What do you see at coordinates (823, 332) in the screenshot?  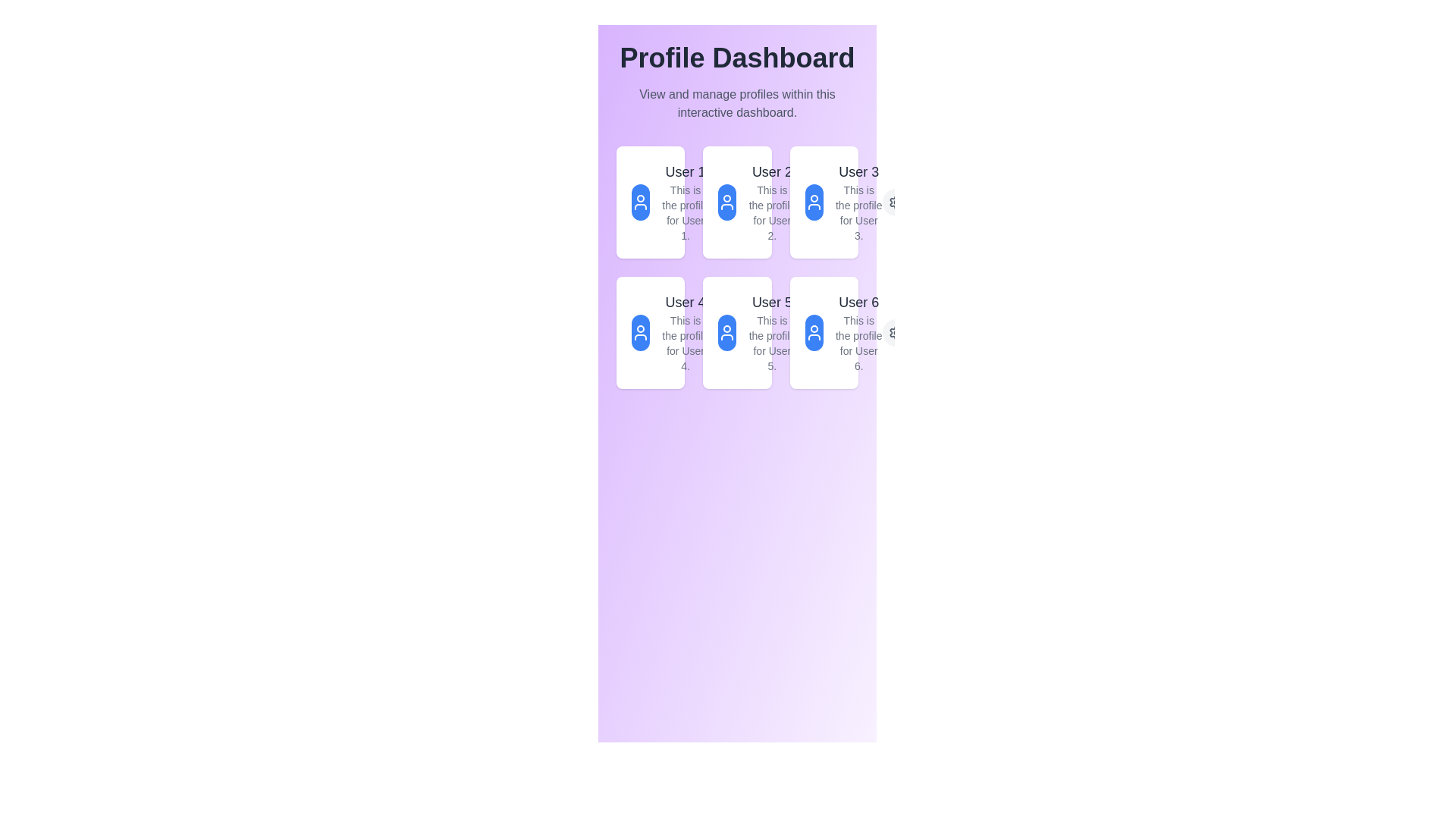 I see `the user profile card displaying information for 'User 6' located in the bottom-right corner of the 'Profile Dashboard' interface` at bounding box center [823, 332].